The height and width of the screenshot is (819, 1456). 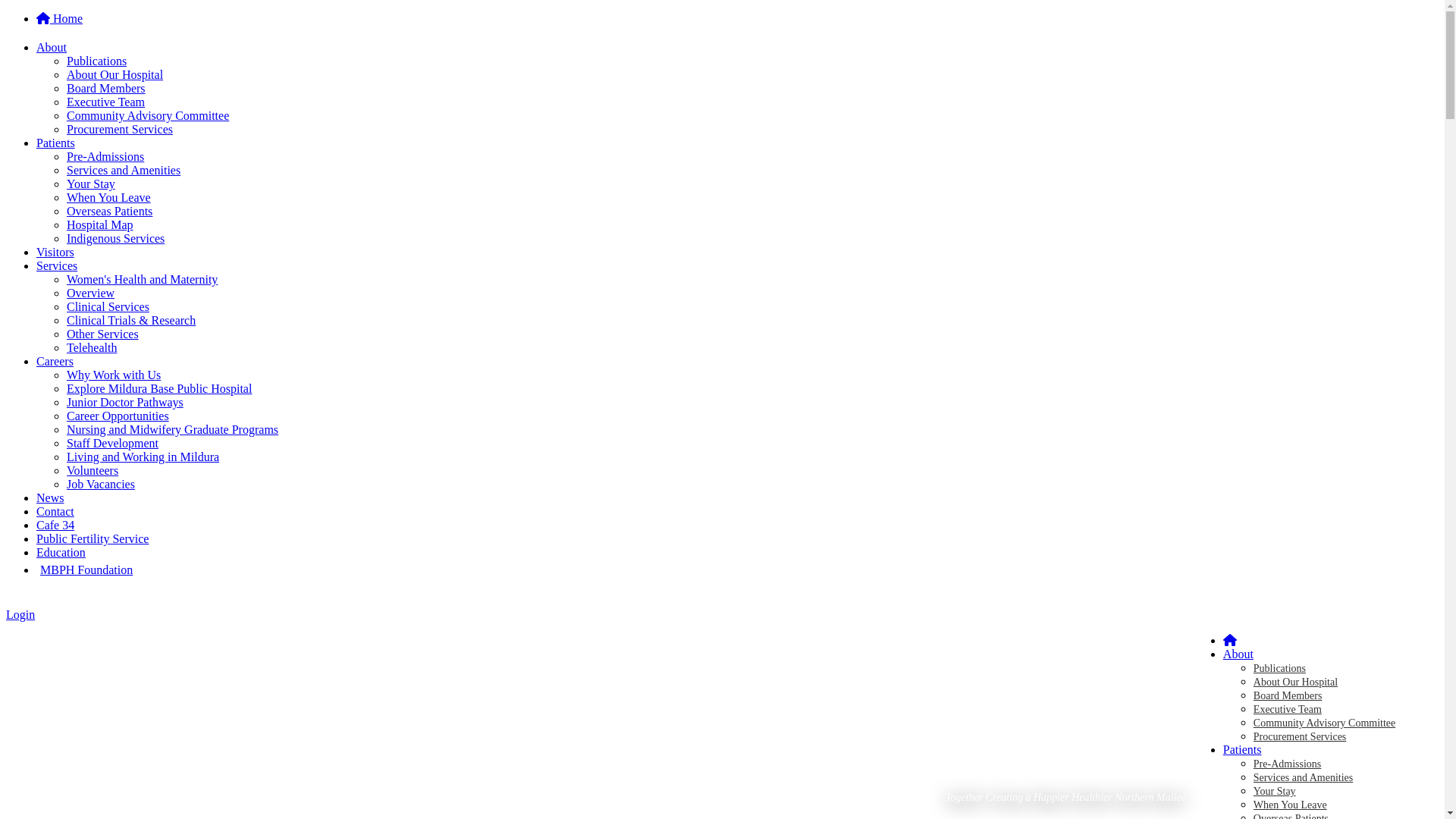 I want to click on 'Job Vacancies', so click(x=65, y=484).